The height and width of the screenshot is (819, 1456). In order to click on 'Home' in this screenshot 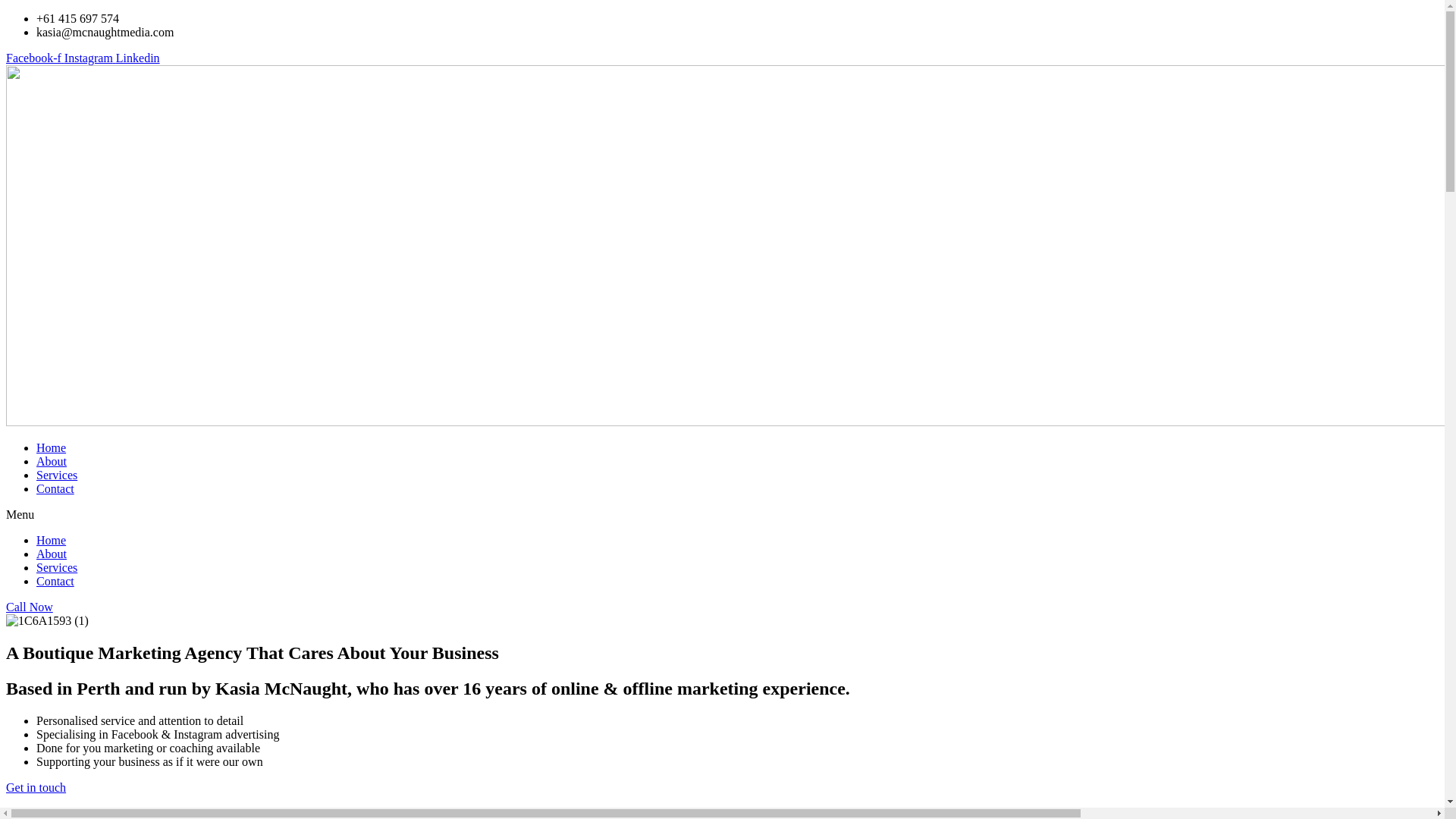, I will do `click(51, 539)`.